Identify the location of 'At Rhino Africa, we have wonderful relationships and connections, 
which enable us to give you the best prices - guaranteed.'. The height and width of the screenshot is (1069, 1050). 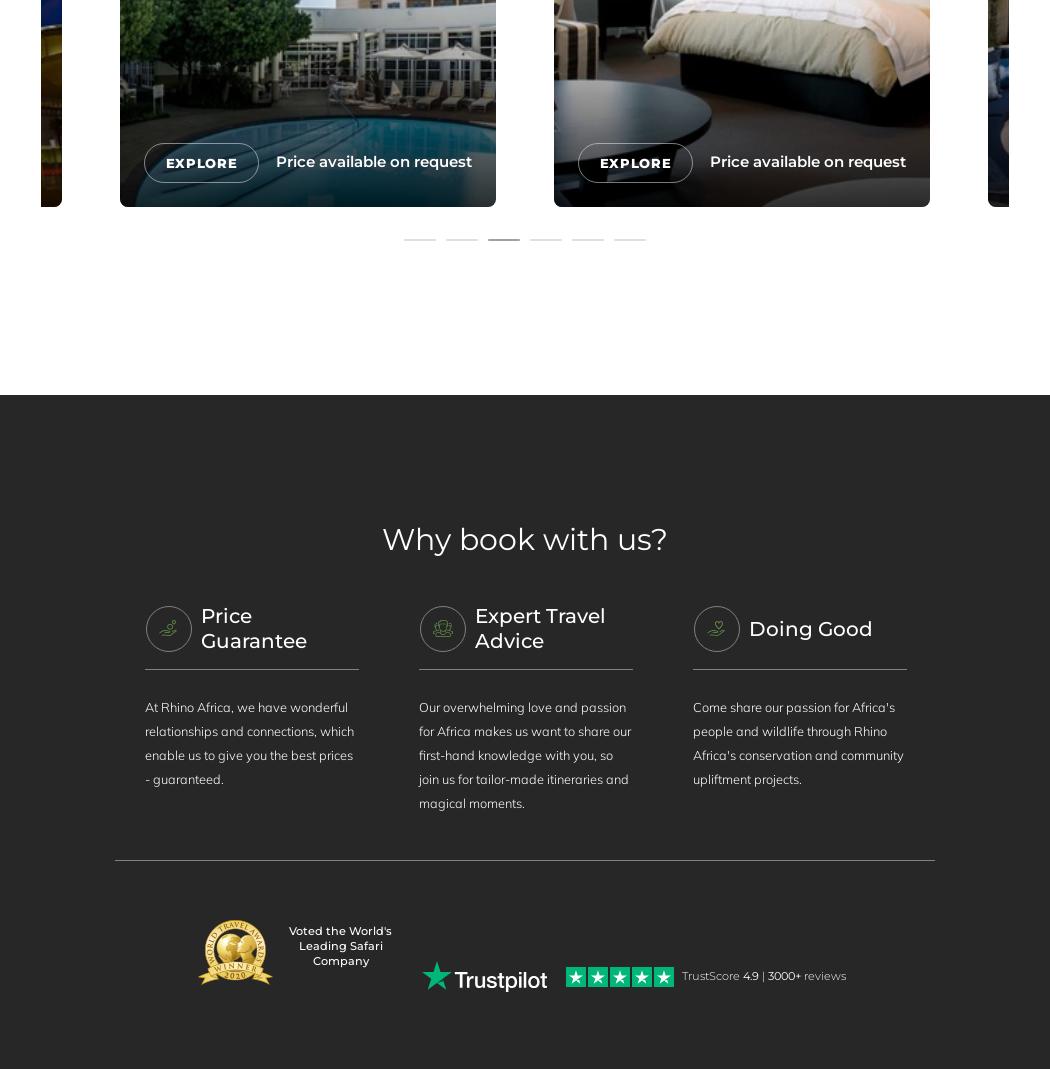
(248, 741).